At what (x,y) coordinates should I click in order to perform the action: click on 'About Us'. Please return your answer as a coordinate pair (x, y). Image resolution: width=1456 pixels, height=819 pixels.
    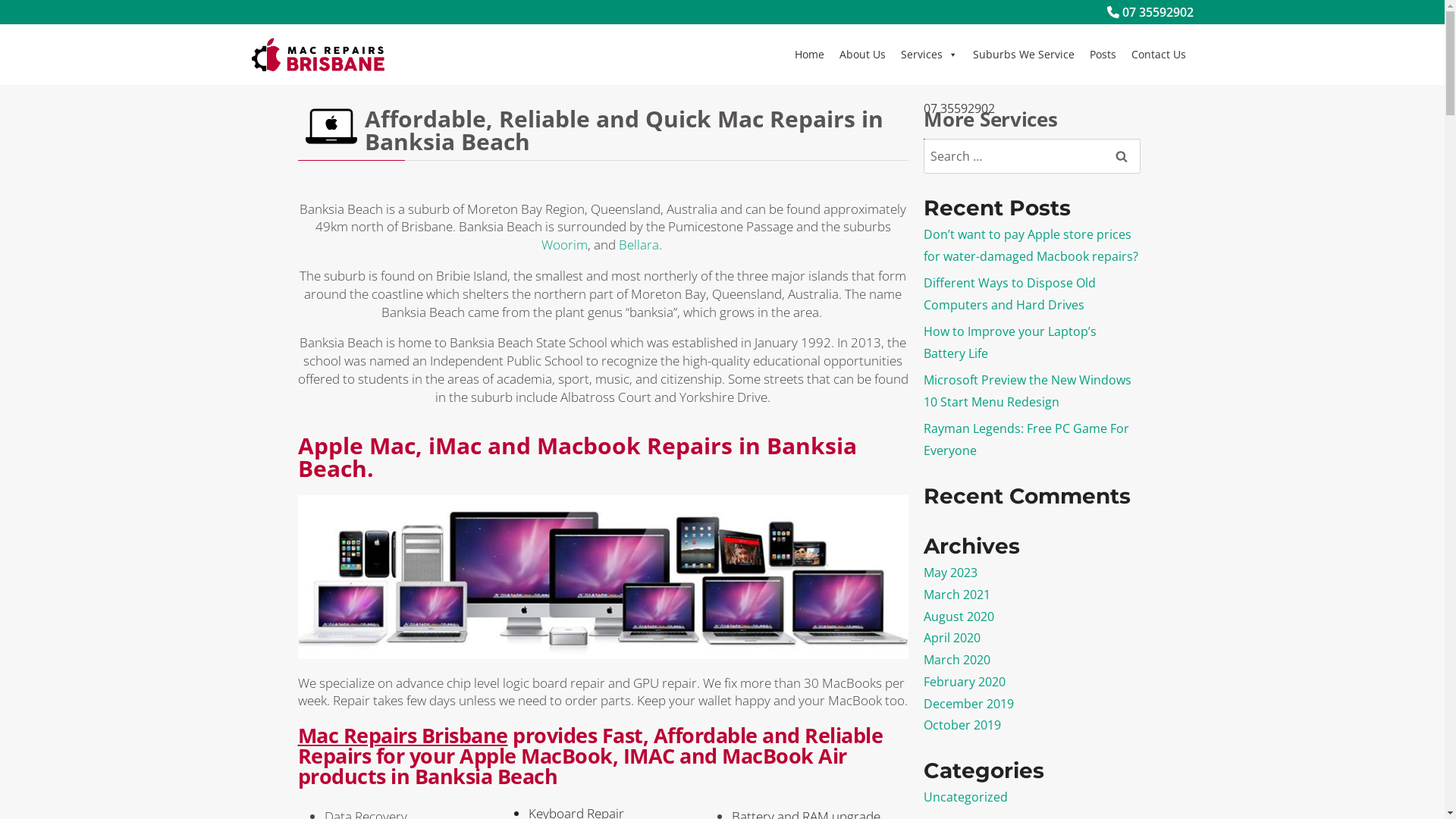
    Looking at the image, I should click on (830, 54).